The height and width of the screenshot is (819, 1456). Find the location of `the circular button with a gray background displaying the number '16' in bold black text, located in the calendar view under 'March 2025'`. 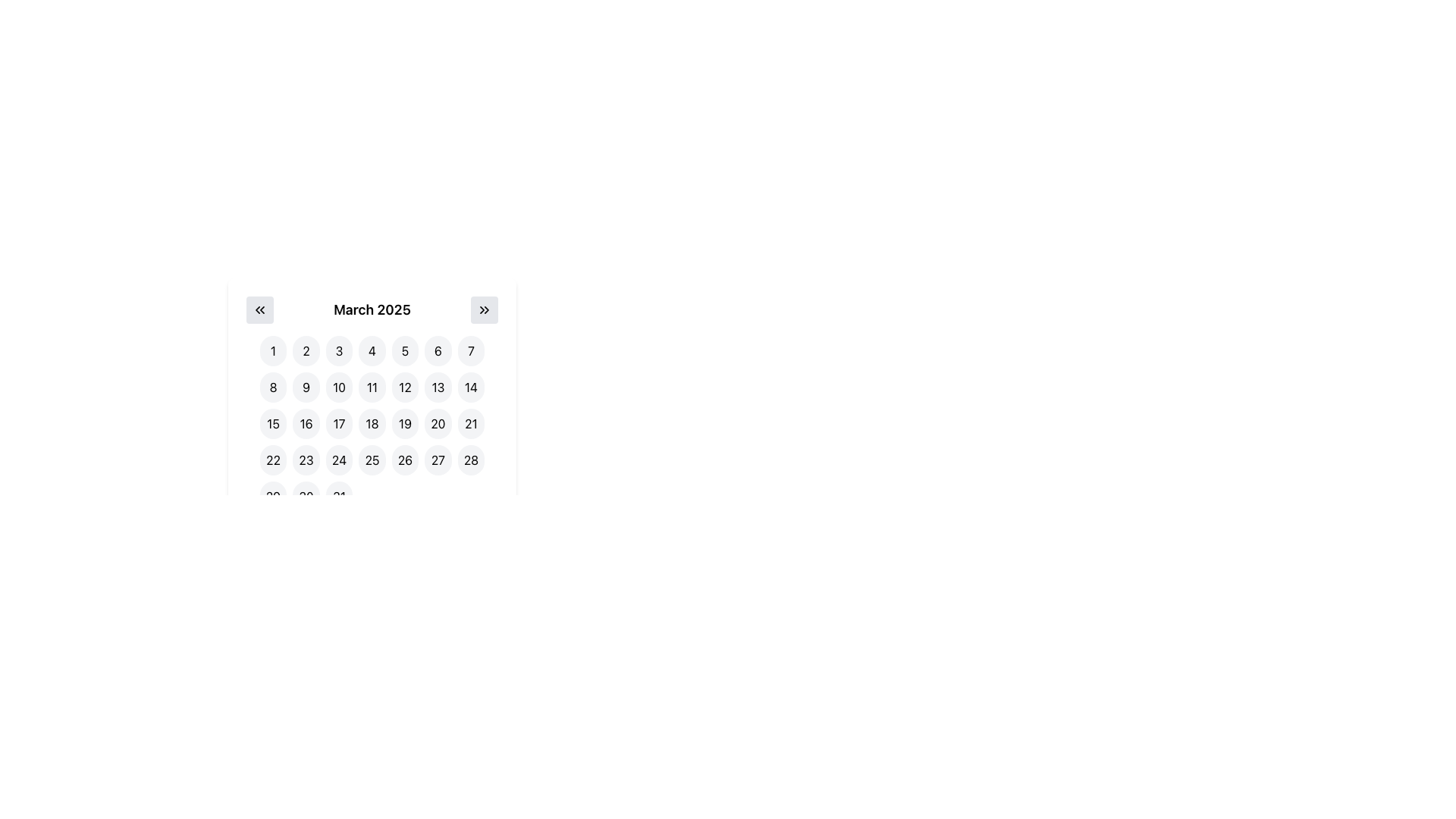

the circular button with a gray background displaying the number '16' in bold black text, located in the calendar view under 'March 2025' is located at coordinates (305, 424).